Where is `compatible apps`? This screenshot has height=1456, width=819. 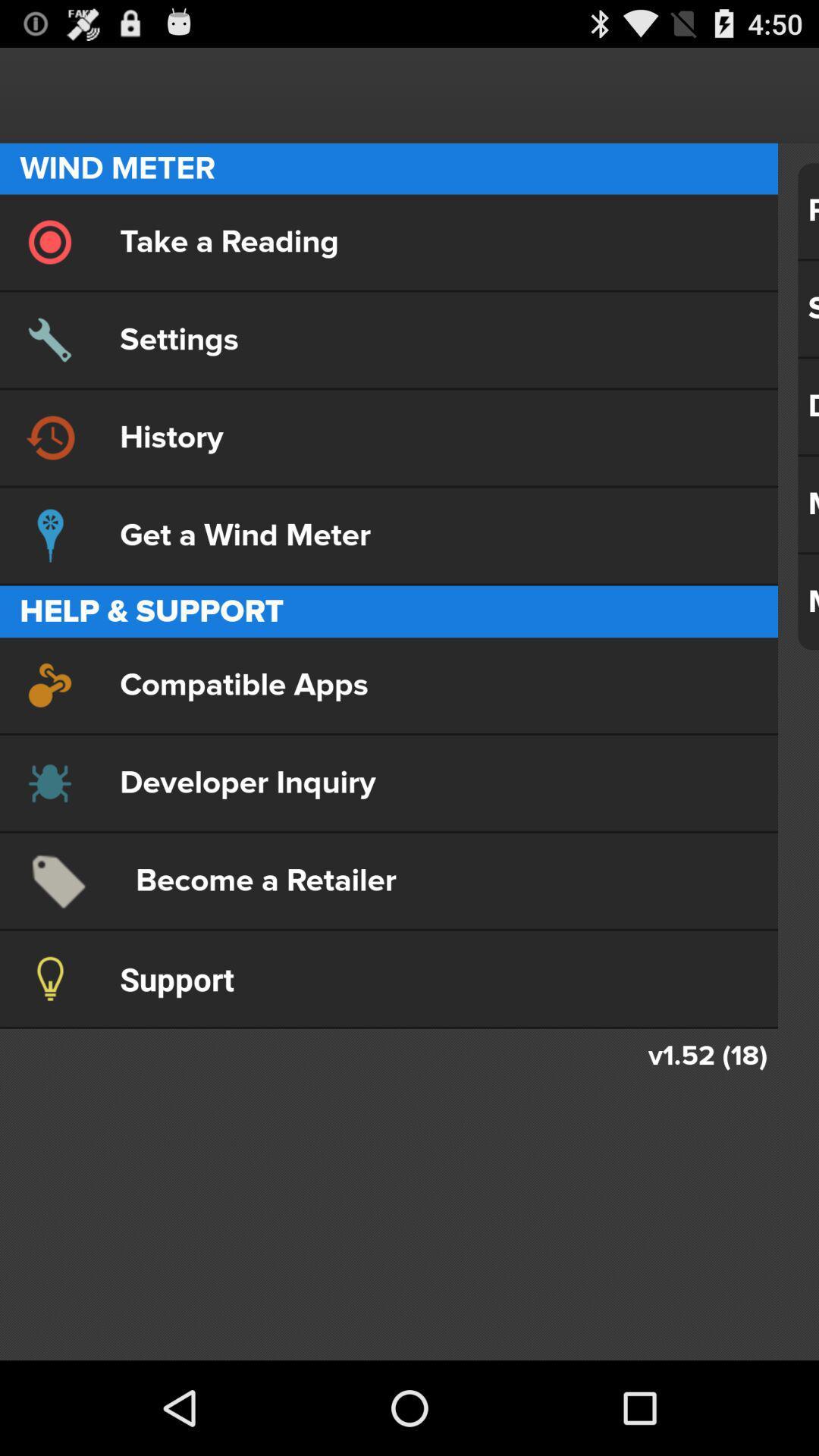
compatible apps is located at coordinates (388, 684).